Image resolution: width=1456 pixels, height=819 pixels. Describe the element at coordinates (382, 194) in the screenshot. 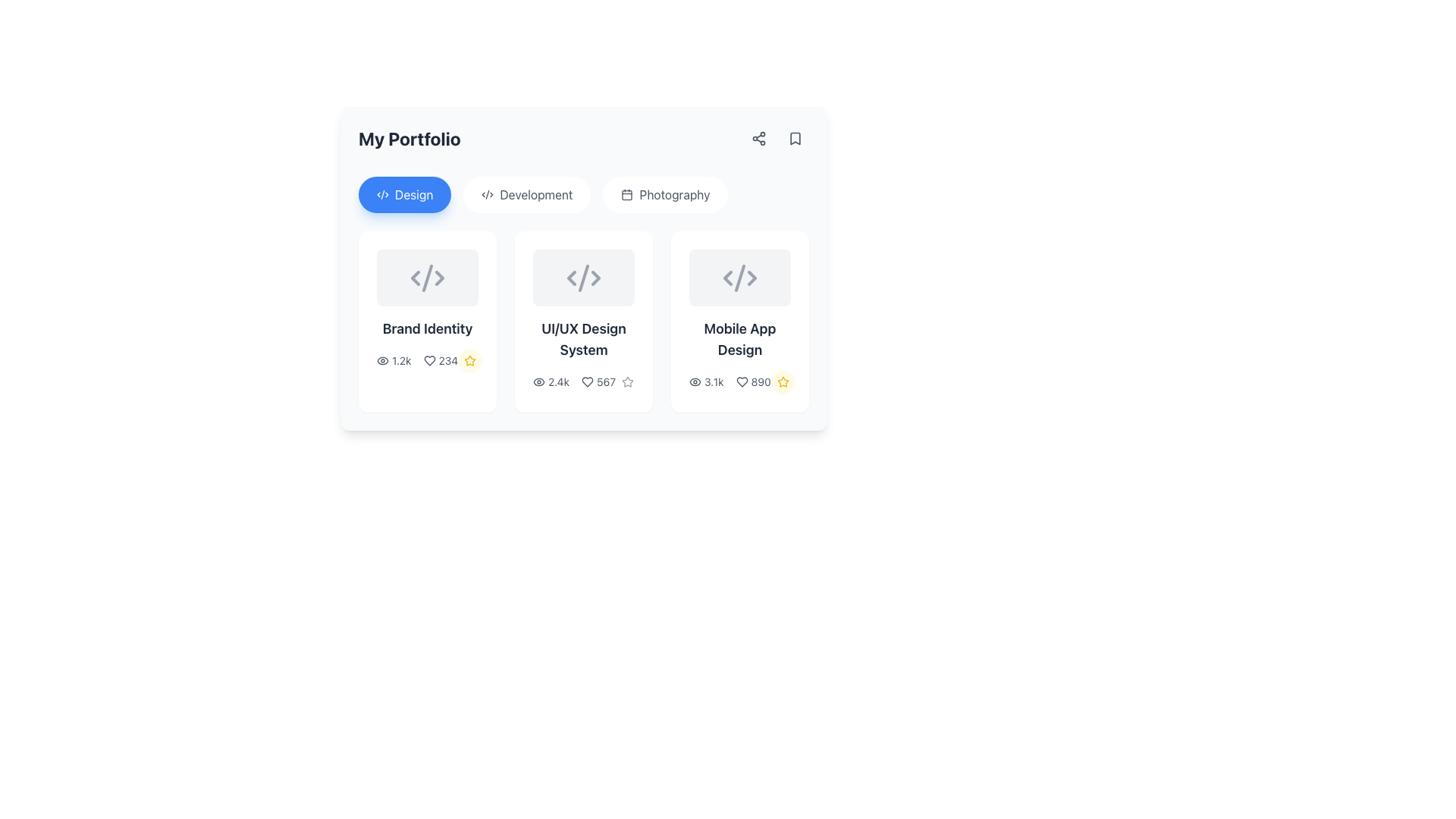

I see `the SVG icon located centrally within the 'Design' button, which is the first tab among the three at the top of the portfolio section` at that location.